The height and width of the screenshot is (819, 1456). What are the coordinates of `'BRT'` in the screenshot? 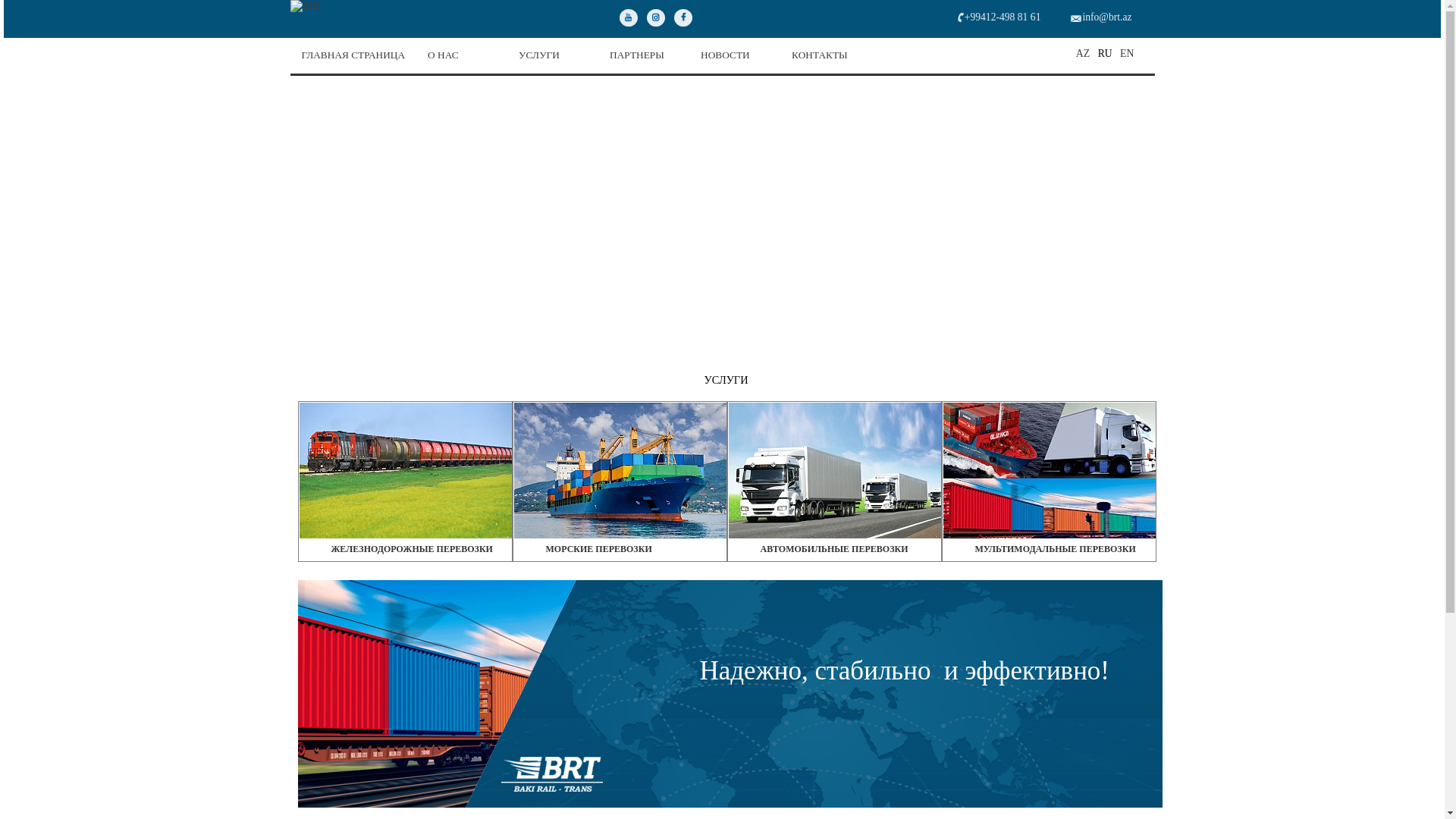 It's located at (305, 5).